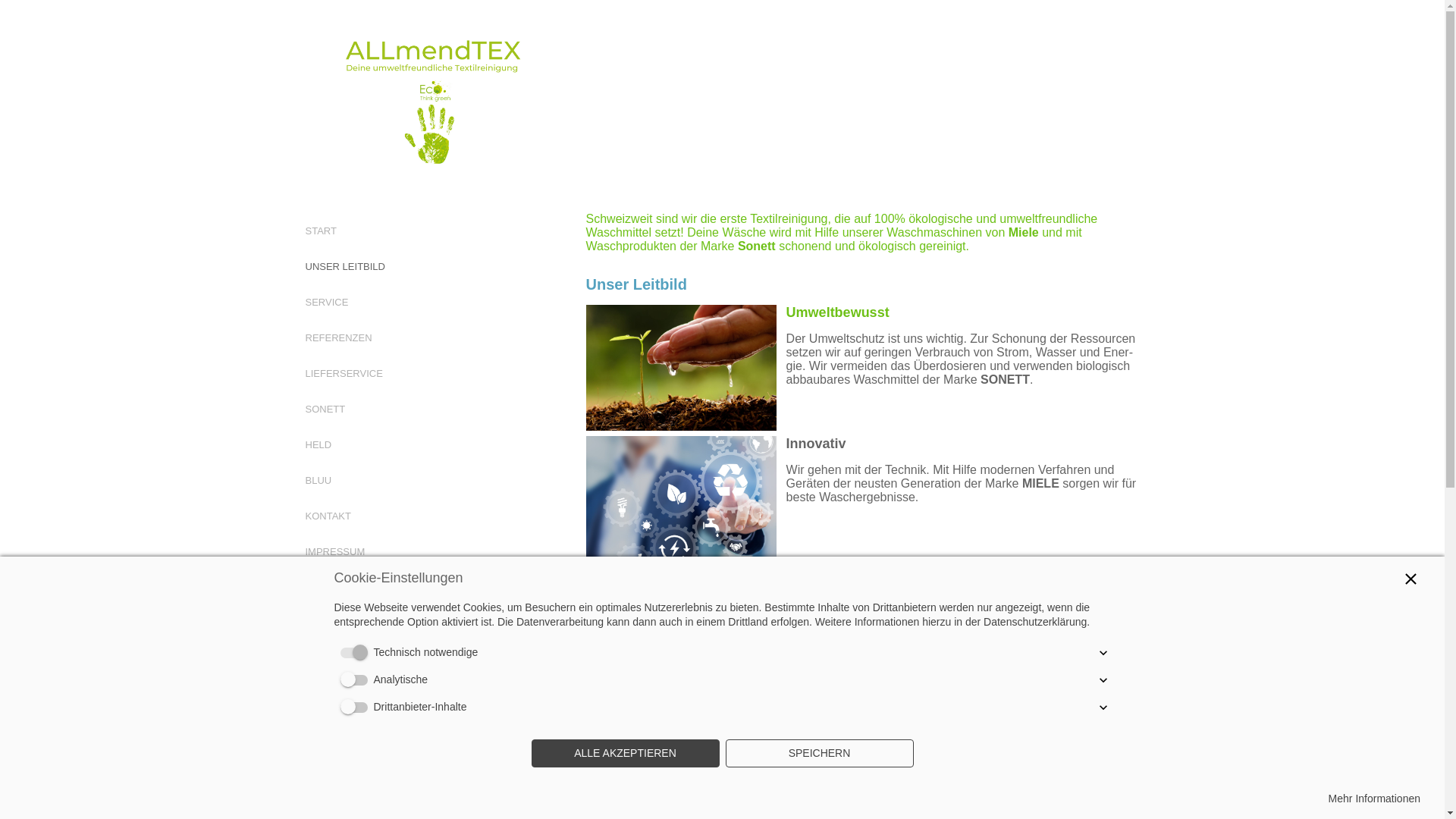 This screenshot has width=1456, height=819. What do you see at coordinates (757, 245) in the screenshot?
I see `'Sonett'` at bounding box center [757, 245].